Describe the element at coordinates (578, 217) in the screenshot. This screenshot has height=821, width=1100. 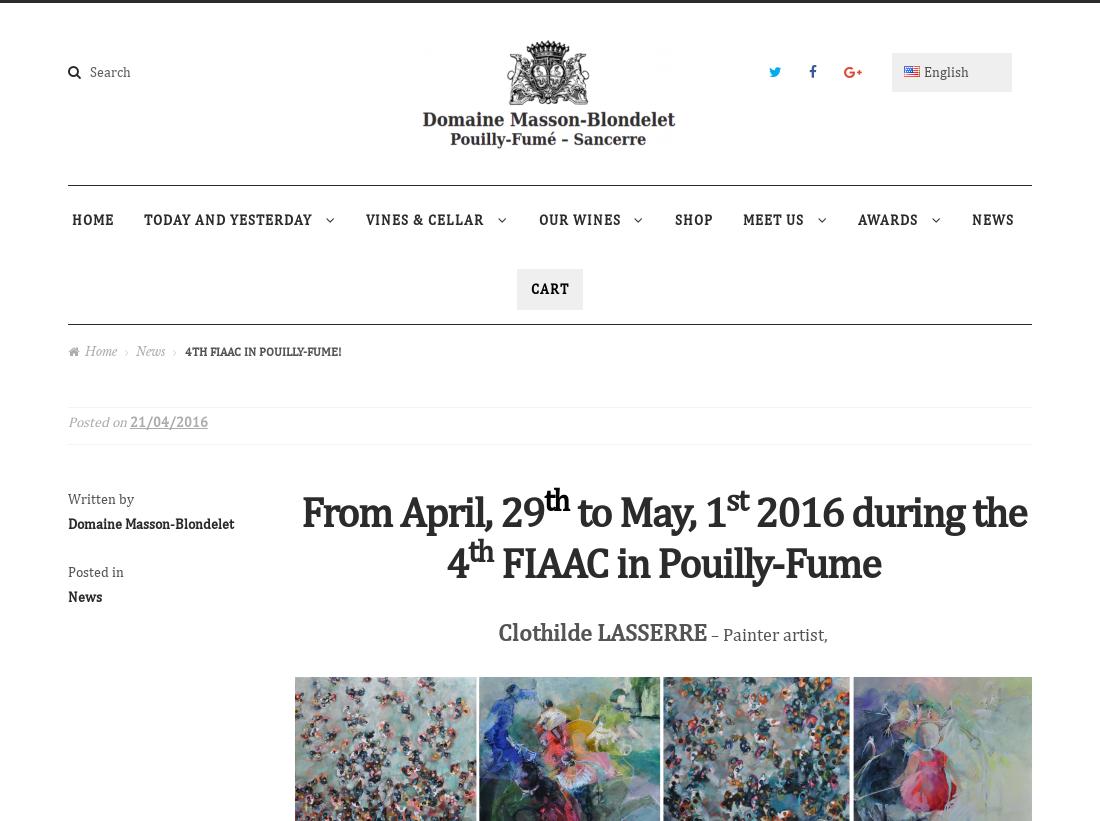
I see `'Our wines'` at that location.